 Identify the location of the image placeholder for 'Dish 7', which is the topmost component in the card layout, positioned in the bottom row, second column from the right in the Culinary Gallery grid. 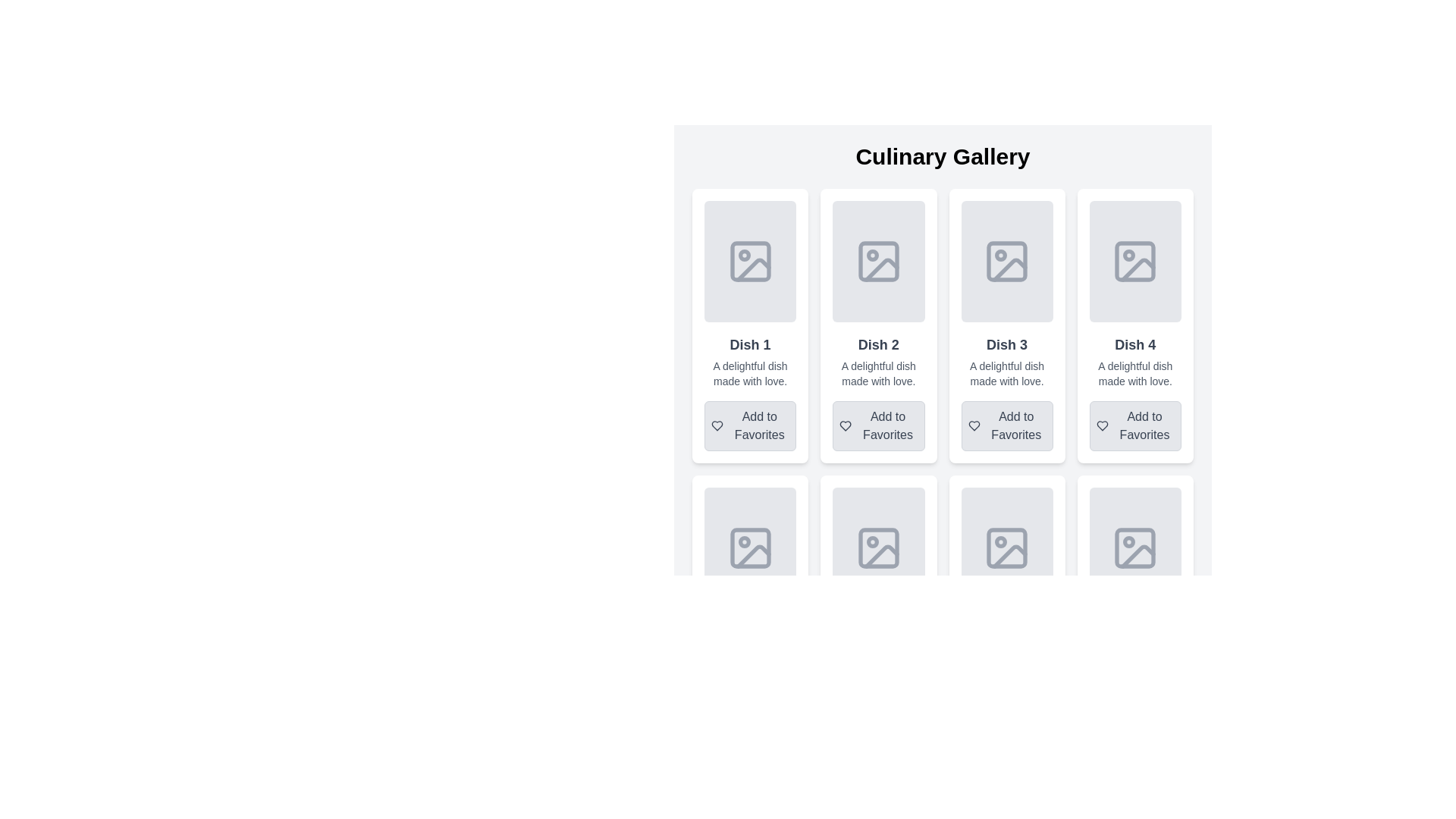
(1007, 548).